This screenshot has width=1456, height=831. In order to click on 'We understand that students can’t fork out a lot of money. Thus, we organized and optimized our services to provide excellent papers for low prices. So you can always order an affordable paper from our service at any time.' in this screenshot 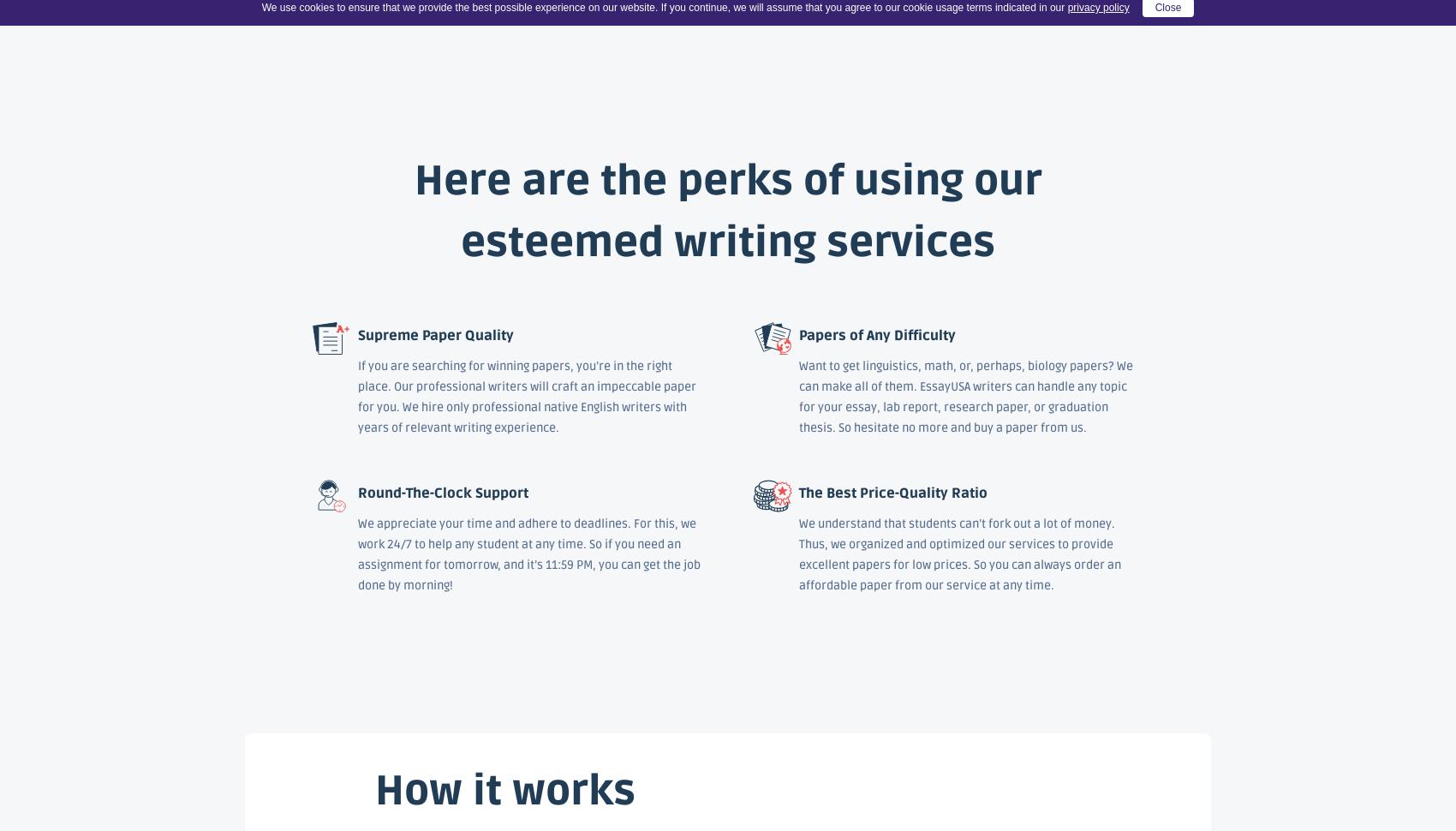, I will do `click(959, 553)`.